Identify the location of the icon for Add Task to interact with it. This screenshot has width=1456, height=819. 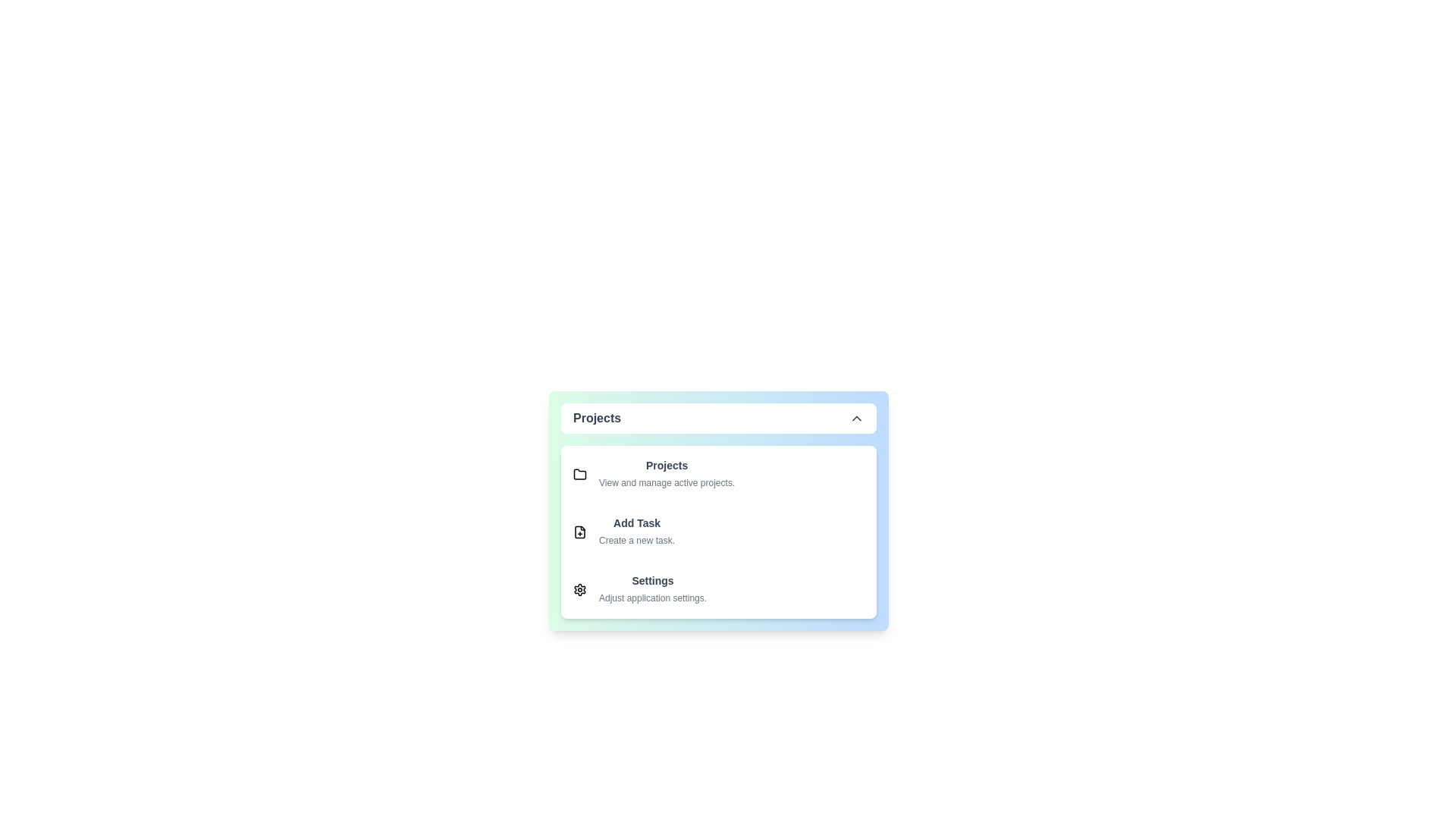
(579, 532).